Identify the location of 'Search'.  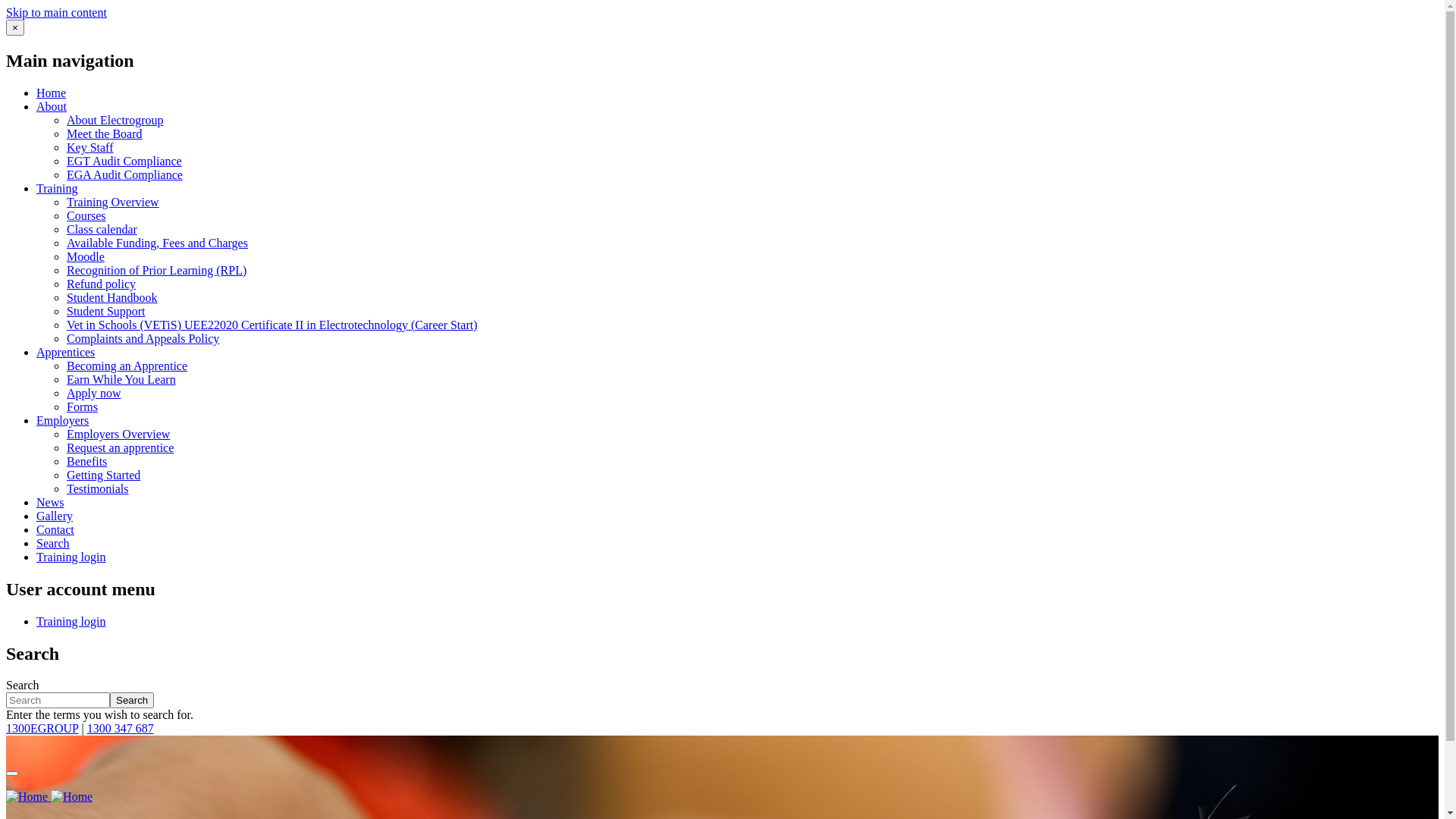
(53, 542).